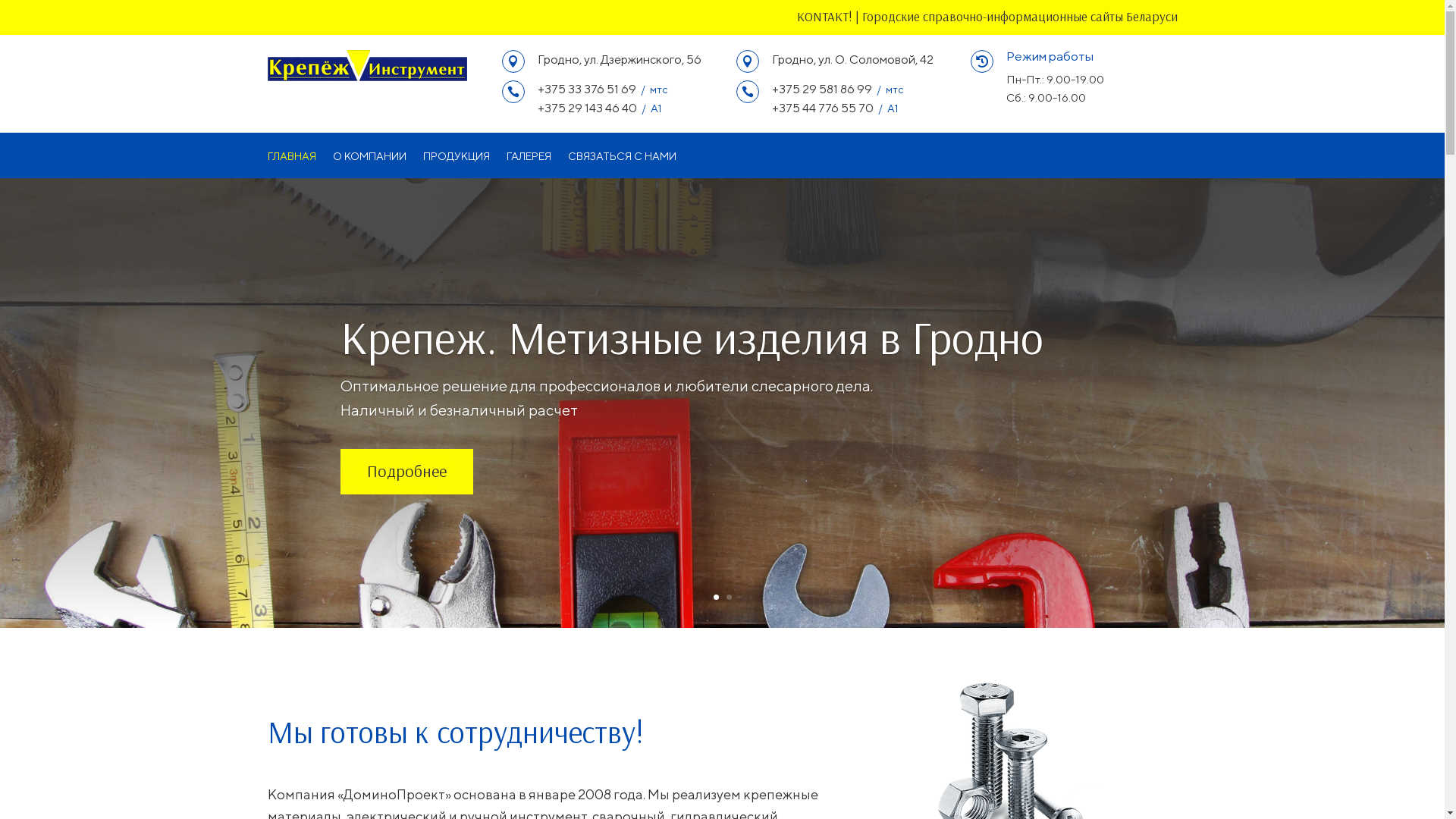  Describe the element at coordinates (714, 596) in the screenshot. I see `'1'` at that location.